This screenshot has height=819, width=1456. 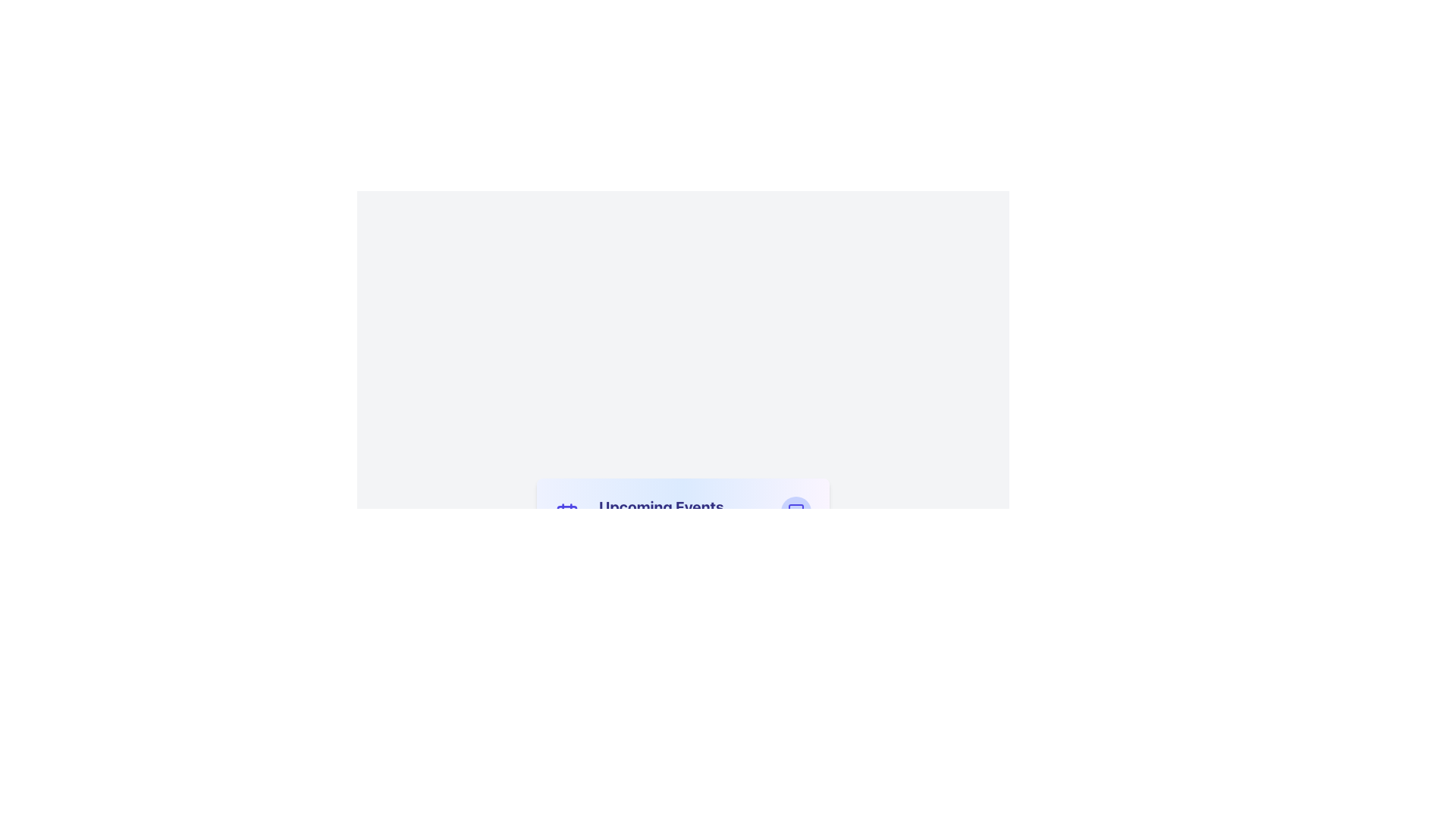 I want to click on text from the 'Upcoming Events' section header and subtext, which includes bold text 'Upcoming Events' and smaller subtext 'Track your events effectively', so click(x=643, y=513).